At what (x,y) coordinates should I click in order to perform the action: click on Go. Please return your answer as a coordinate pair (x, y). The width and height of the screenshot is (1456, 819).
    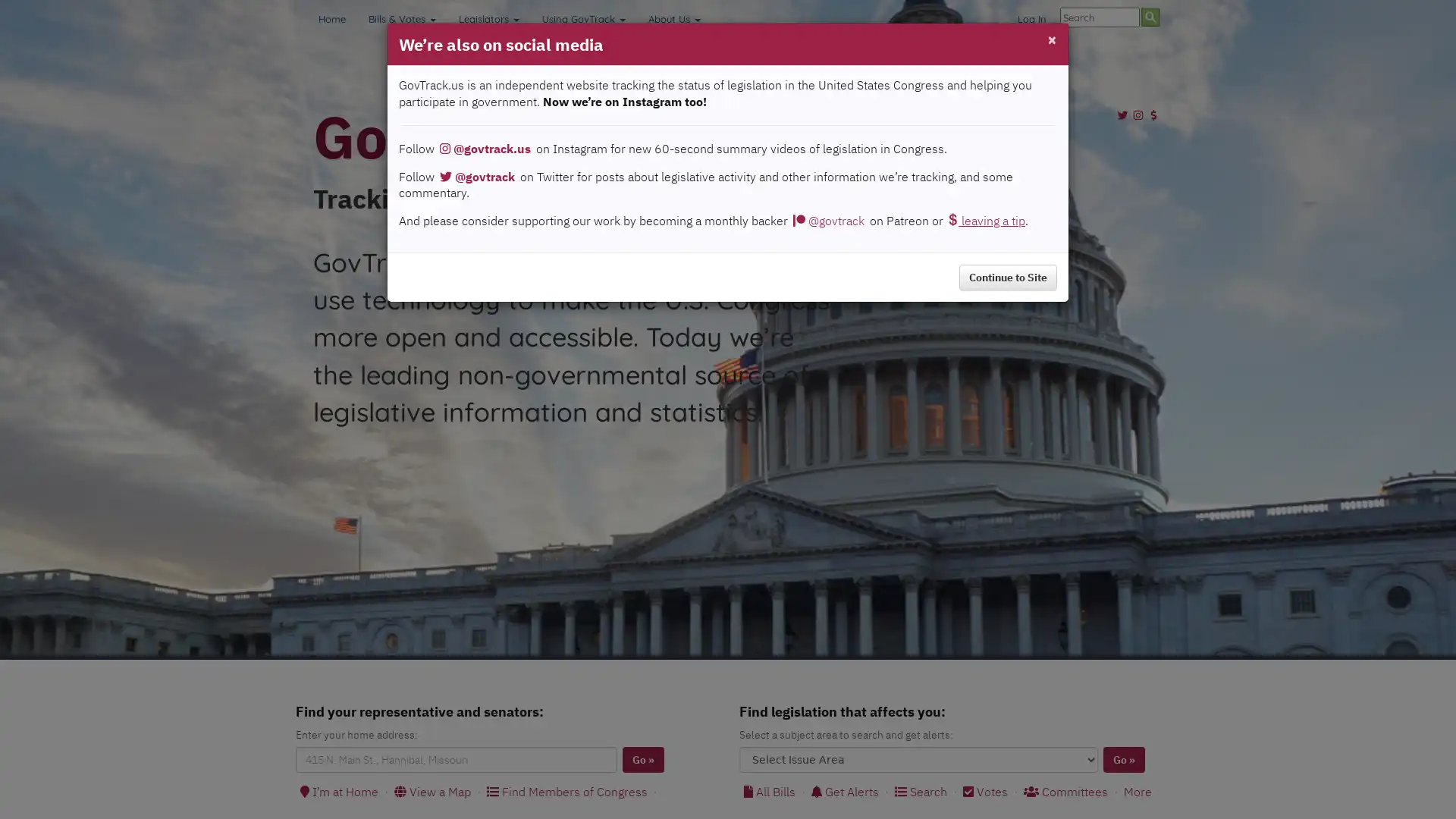
    Looking at the image, I should click on (643, 759).